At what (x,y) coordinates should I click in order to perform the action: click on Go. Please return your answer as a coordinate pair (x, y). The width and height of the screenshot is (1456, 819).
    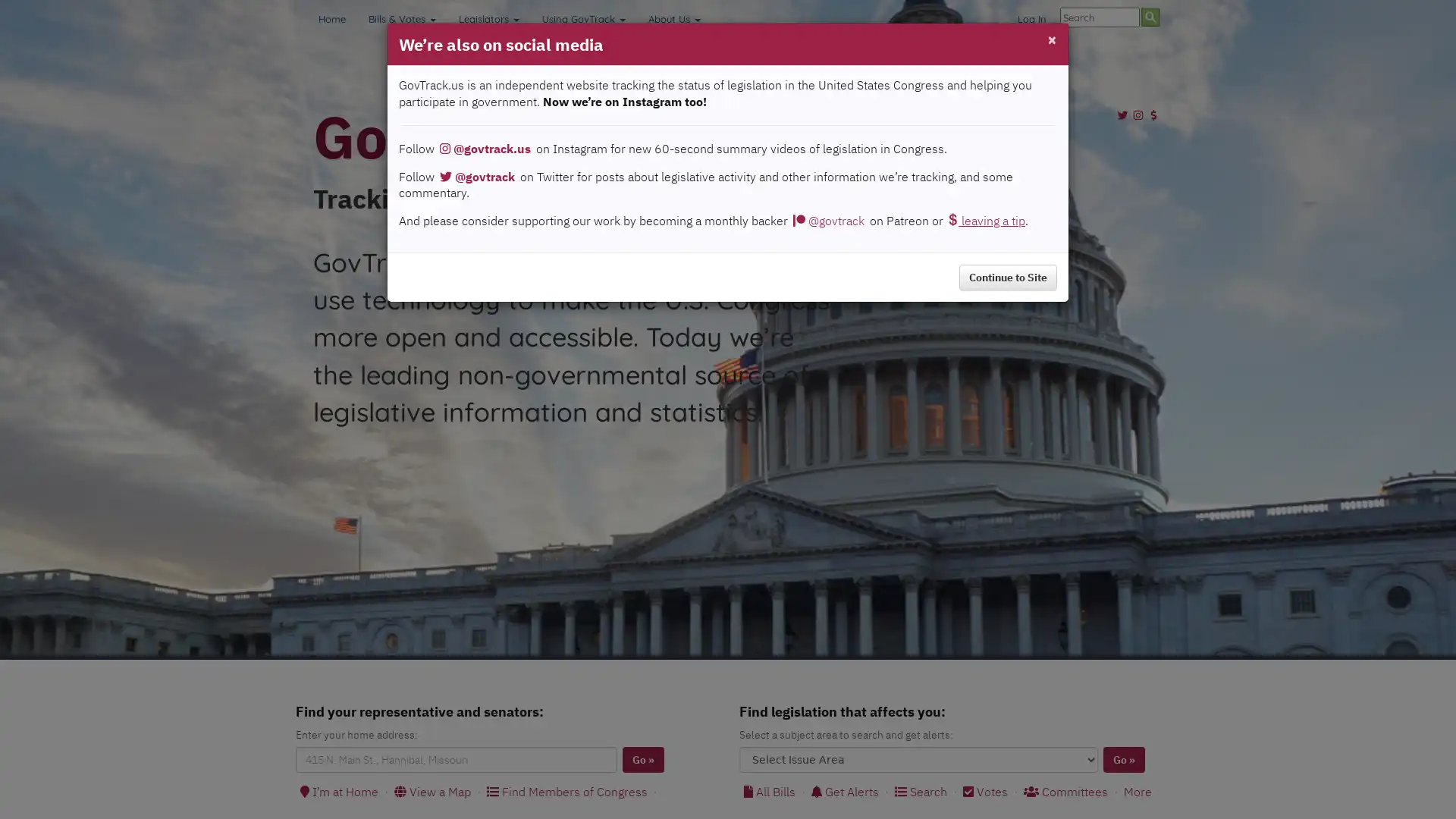
    Looking at the image, I should click on (643, 759).